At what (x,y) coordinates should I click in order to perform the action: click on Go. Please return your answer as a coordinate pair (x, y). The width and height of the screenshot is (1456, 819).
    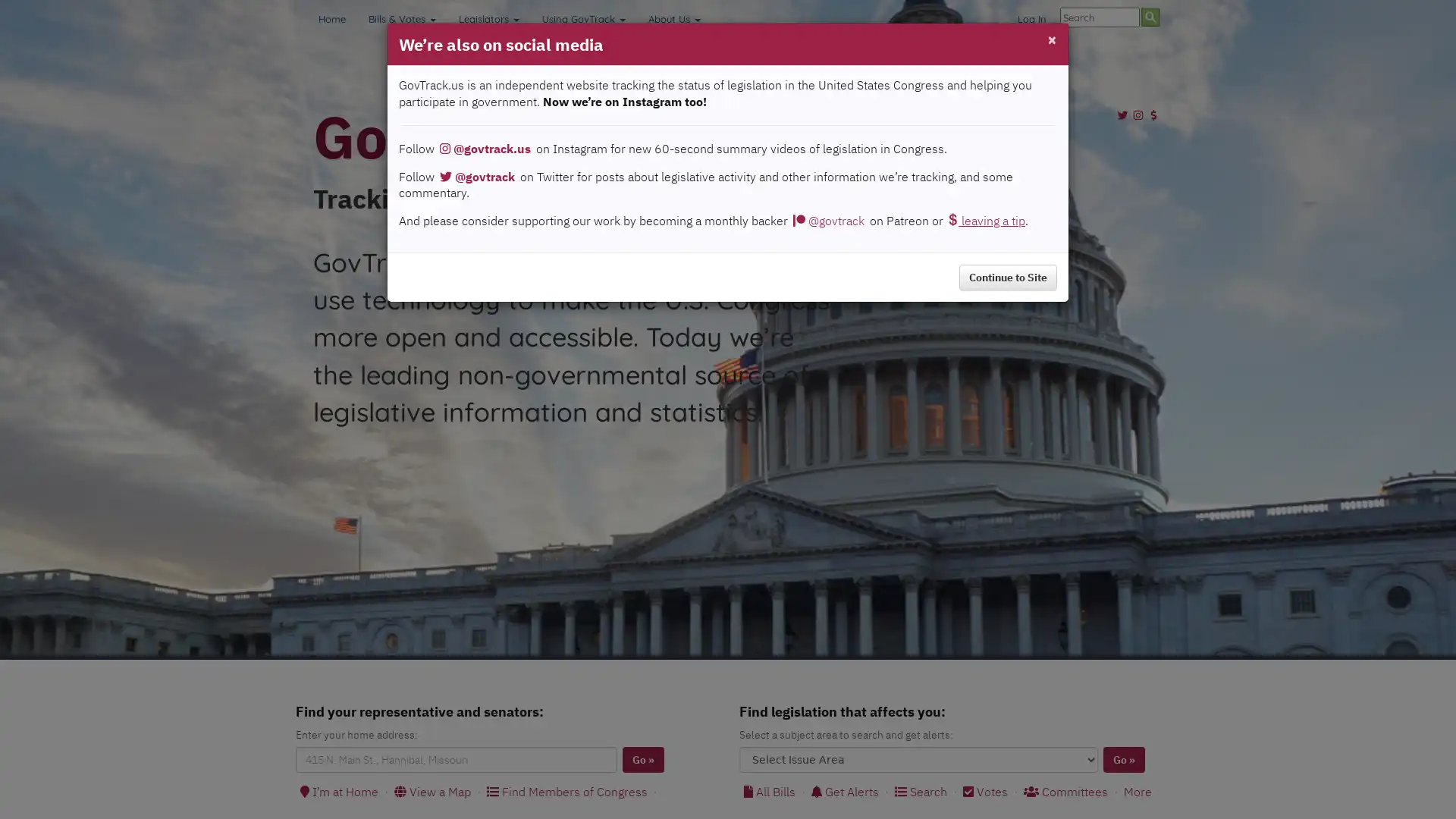
    Looking at the image, I should click on (643, 759).